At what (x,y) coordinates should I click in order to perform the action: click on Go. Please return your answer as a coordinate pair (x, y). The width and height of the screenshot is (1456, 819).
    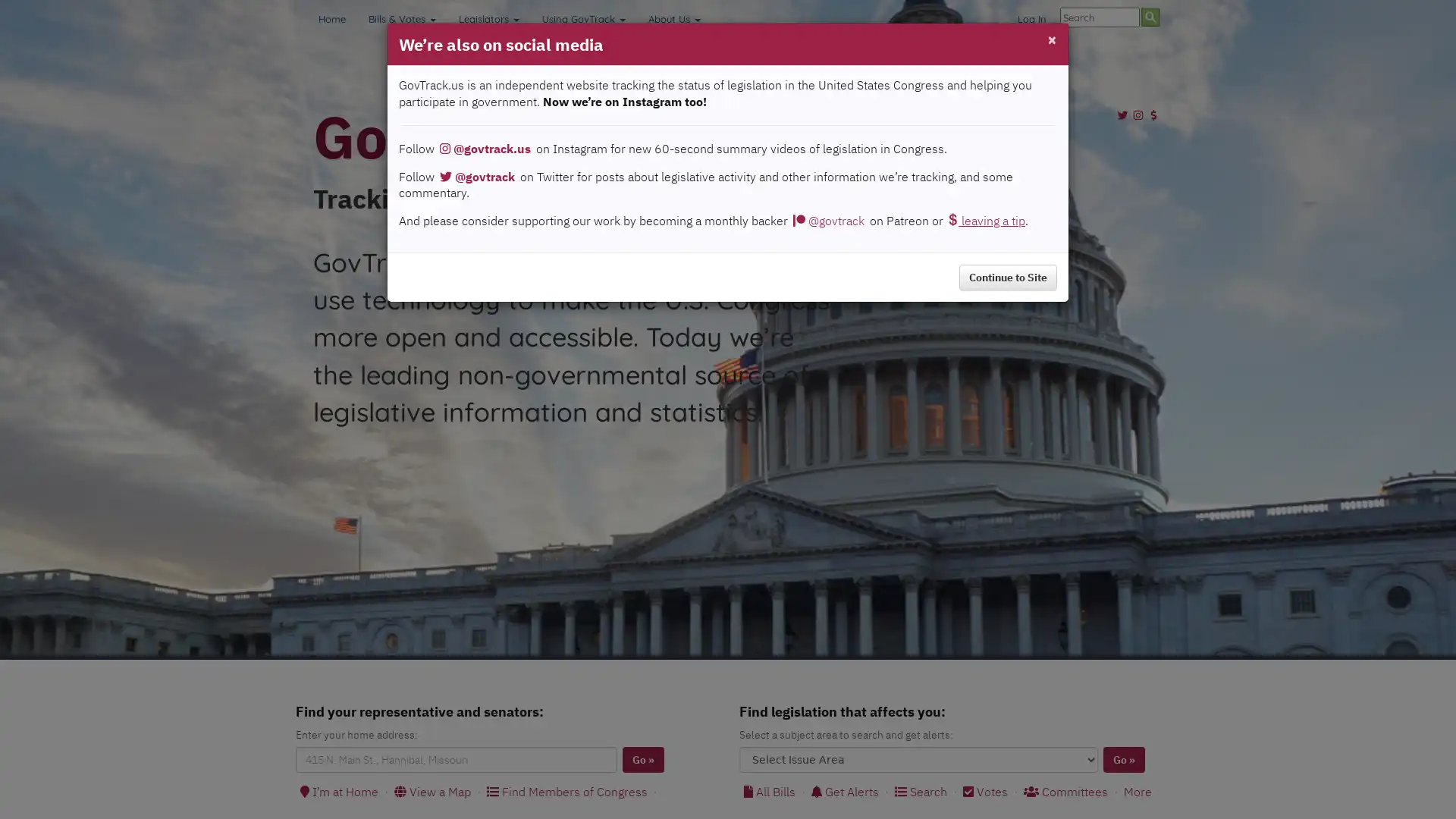
    Looking at the image, I should click on (643, 759).